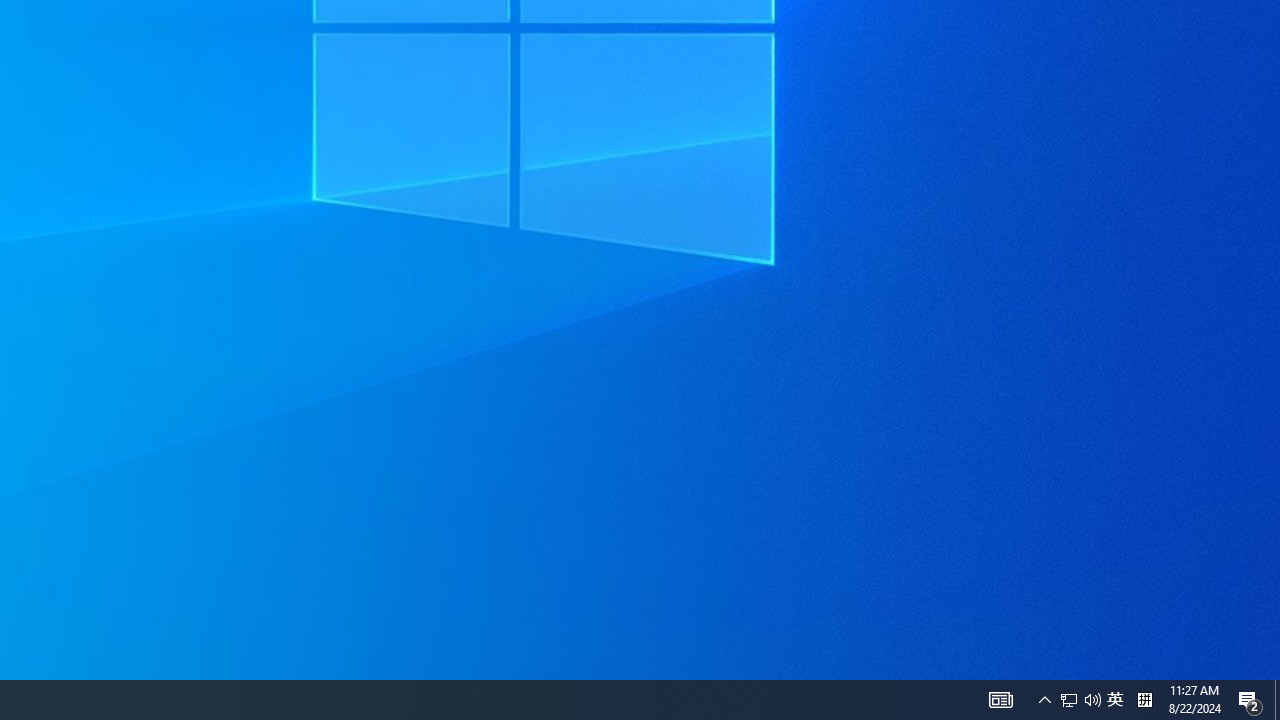 This screenshot has width=1280, height=720. What do you see at coordinates (1000, 698) in the screenshot?
I see `'AutomationID: 4105'` at bounding box center [1000, 698].